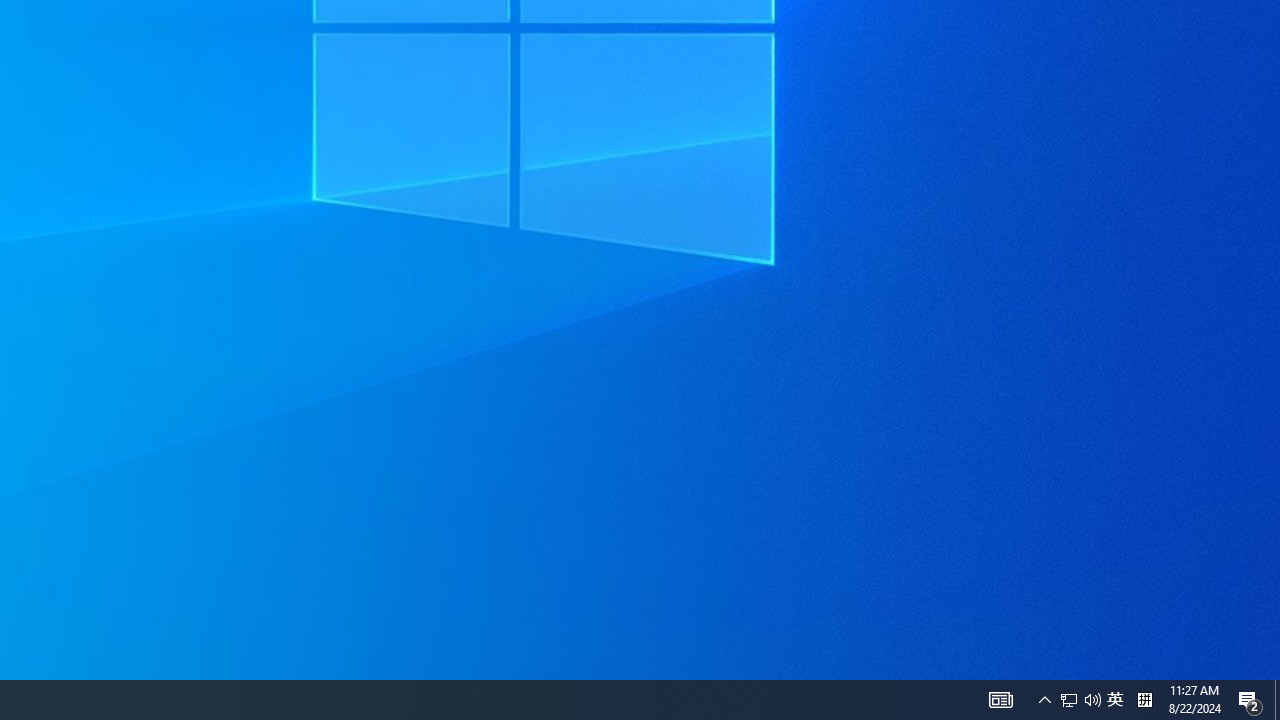 This screenshot has width=1280, height=720. What do you see at coordinates (1000, 698) in the screenshot?
I see `'AutomationID: 4105'` at bounding box center [1000, 698].